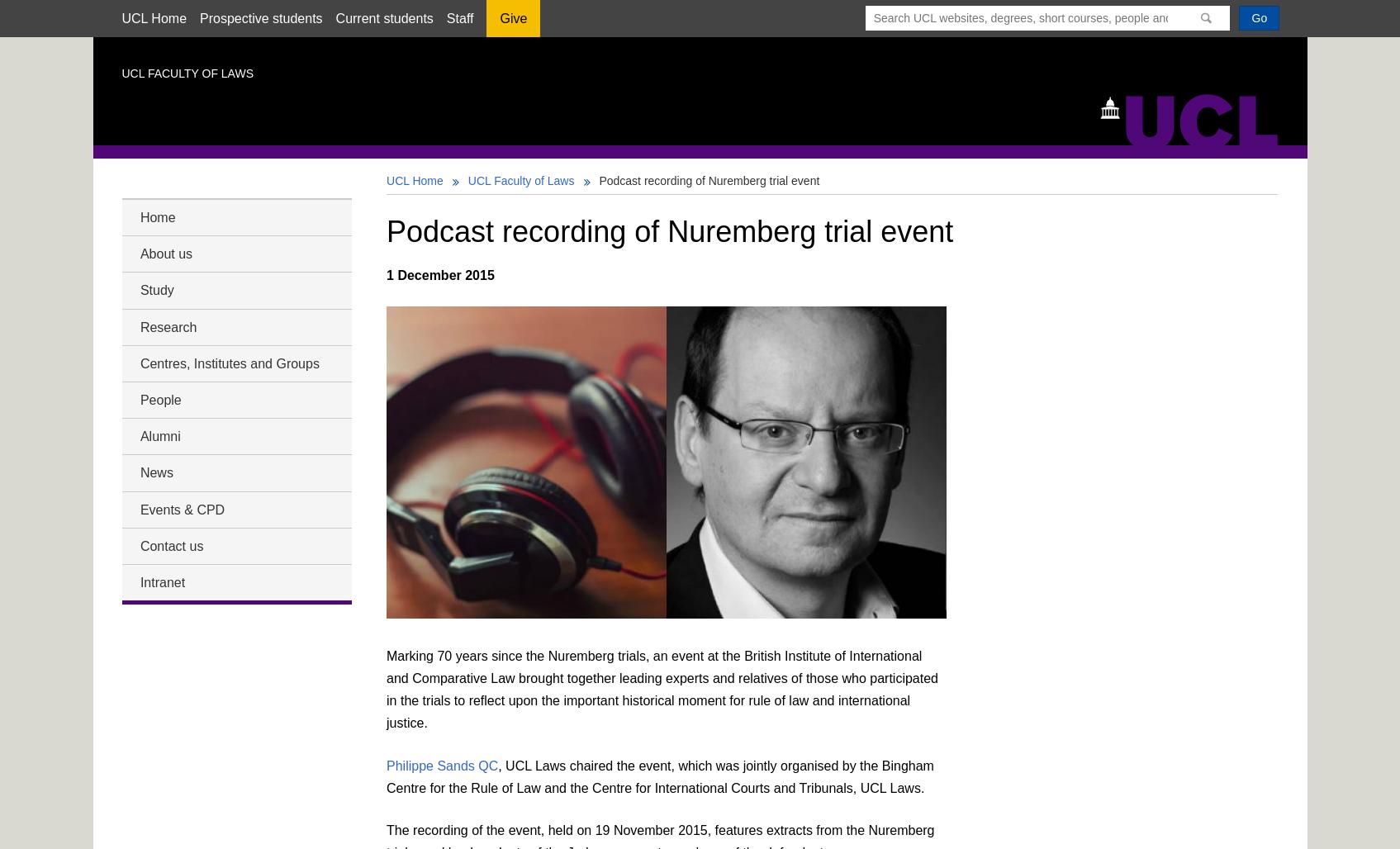  What do you see at coordinates (167, 326) in the screenshot?
I see `'Research'` at bounding box center [167, 326].